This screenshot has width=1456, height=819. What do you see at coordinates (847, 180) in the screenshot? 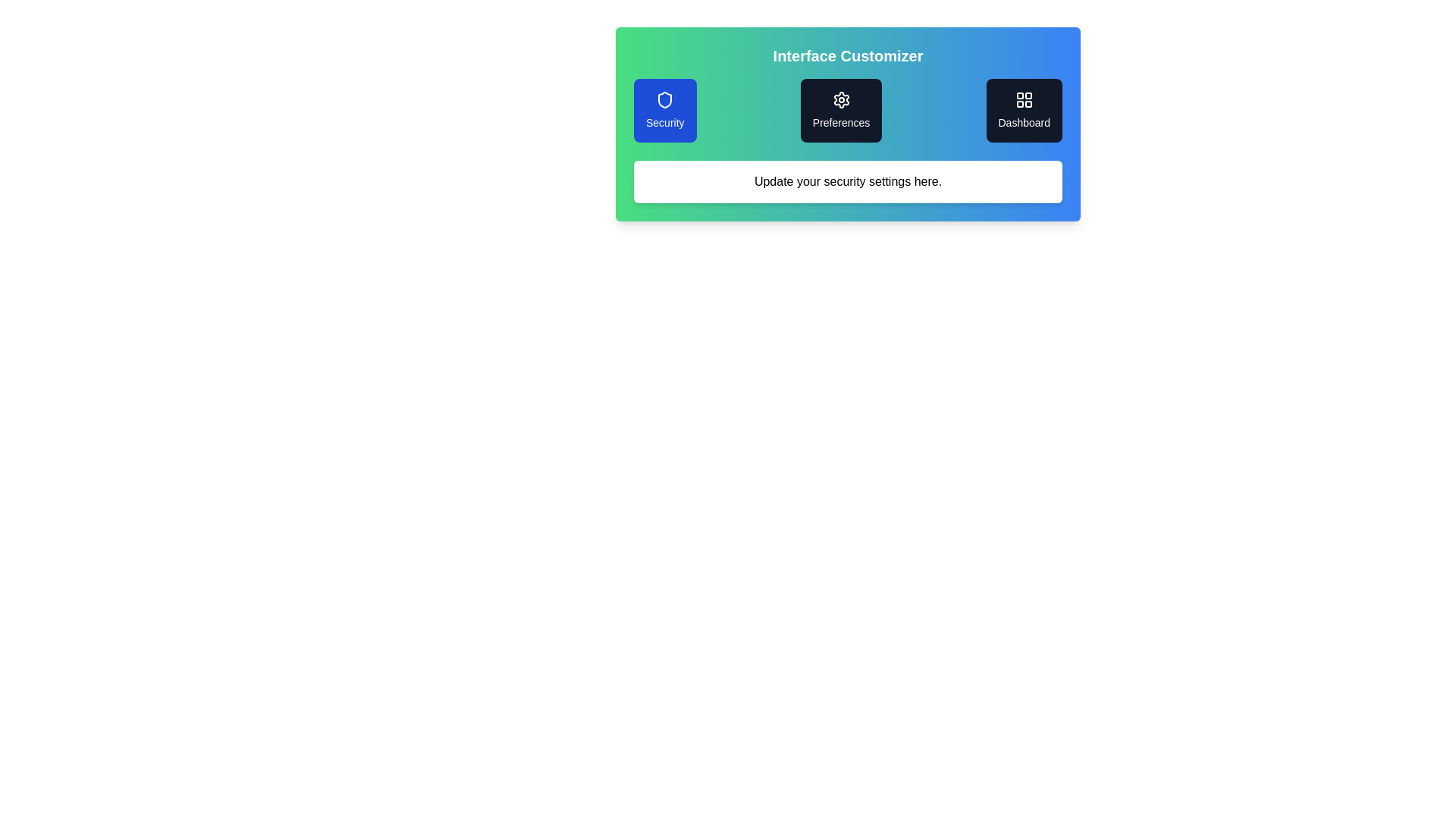
I see `the static text element that reads 'Update your security settings here.' which is positioned below the buttons 'Security', 'Preferences', and 'Dashboard'` at bounding box center [847, 180].